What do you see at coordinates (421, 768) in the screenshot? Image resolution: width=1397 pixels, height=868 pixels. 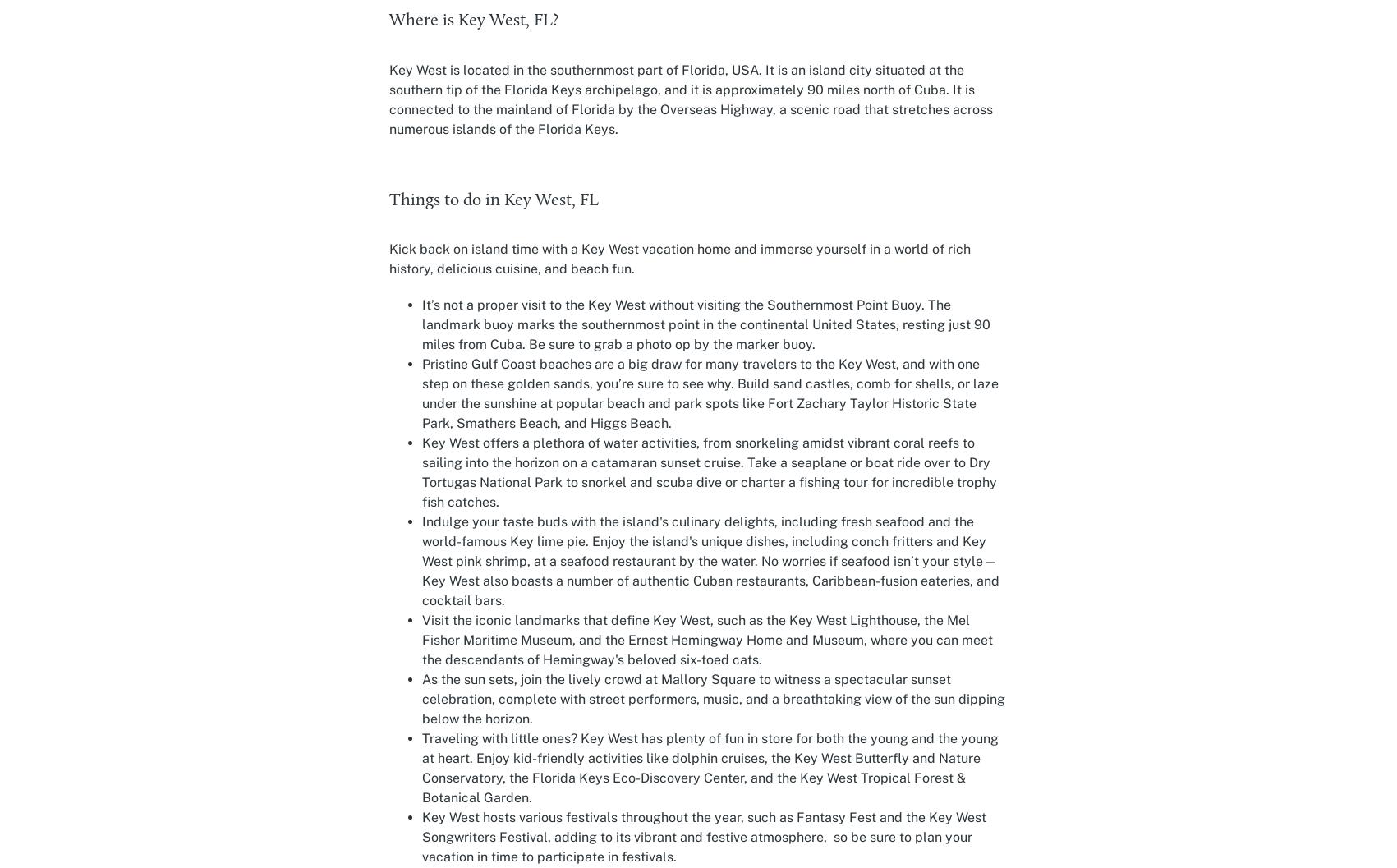 I see `'Traveling with little ones? Key West has plenty of fun in store for both the young and the young at heart. Enjoy kid-friendly activities like dolphin cruises, the Key West Butterfly and Nature Conservatory, the Florida Keys Eco-Discovery Center, and the Key West Tropical Forest & Botanical Garden.'` at bounding box center [421, 768].